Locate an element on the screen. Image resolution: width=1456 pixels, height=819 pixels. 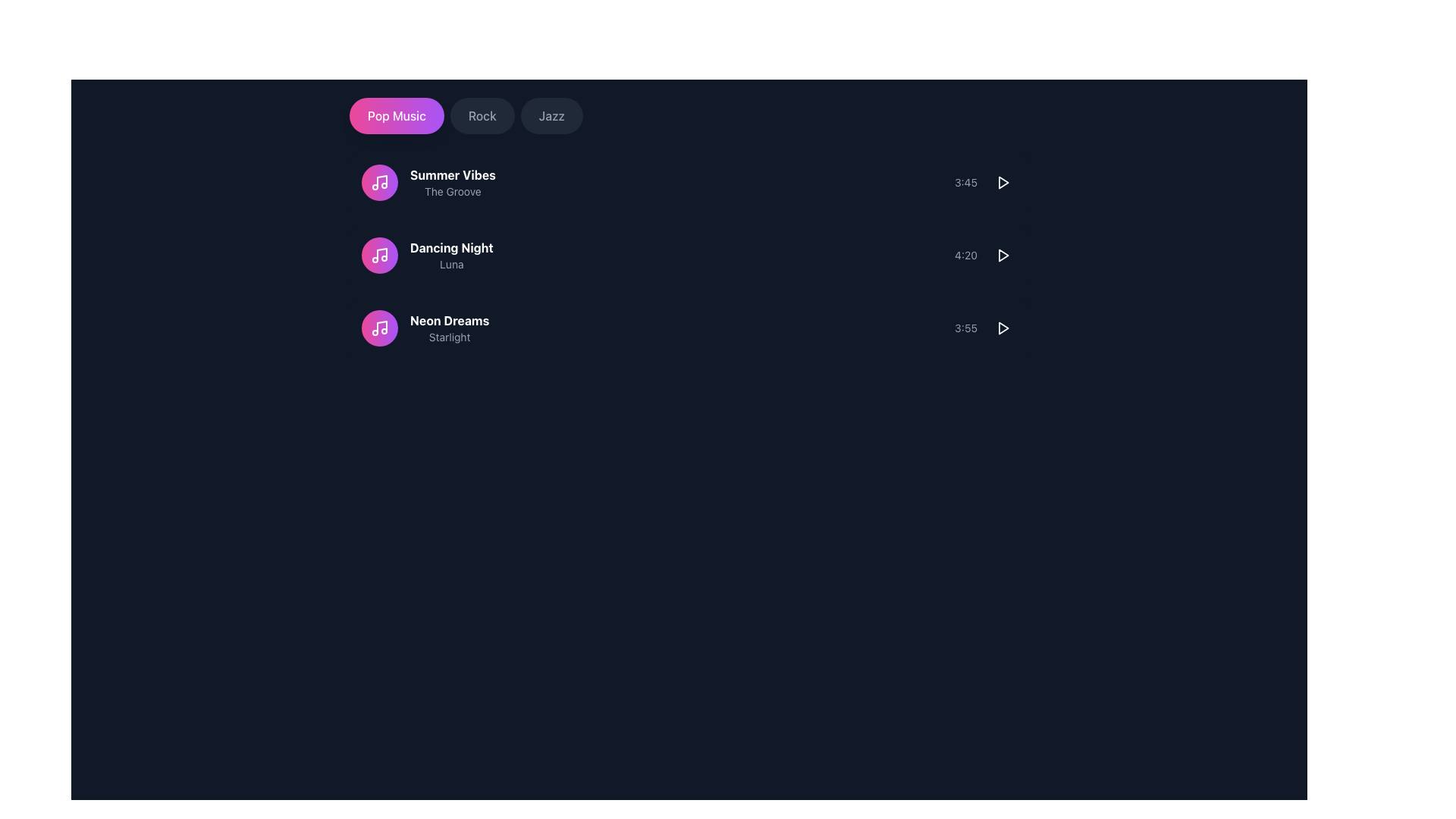
the first item in the vertically arranged list containing the text 'Summer Vibes' and 'The Groove' for reordering is located at coordinates (452, 181).